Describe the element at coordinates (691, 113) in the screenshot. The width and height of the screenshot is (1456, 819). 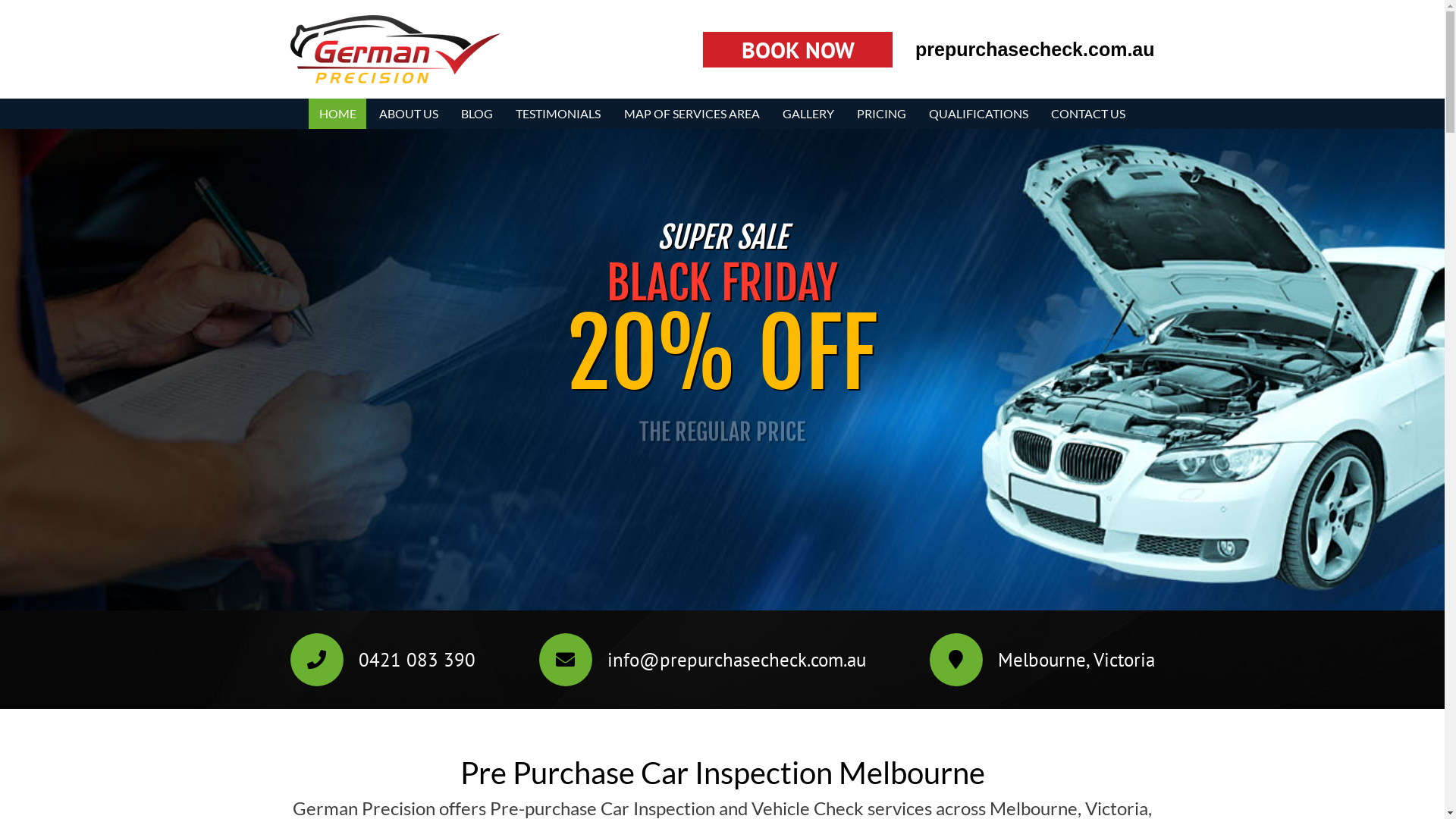
I see `'MAP OF SERVICES AREA'` at that location.